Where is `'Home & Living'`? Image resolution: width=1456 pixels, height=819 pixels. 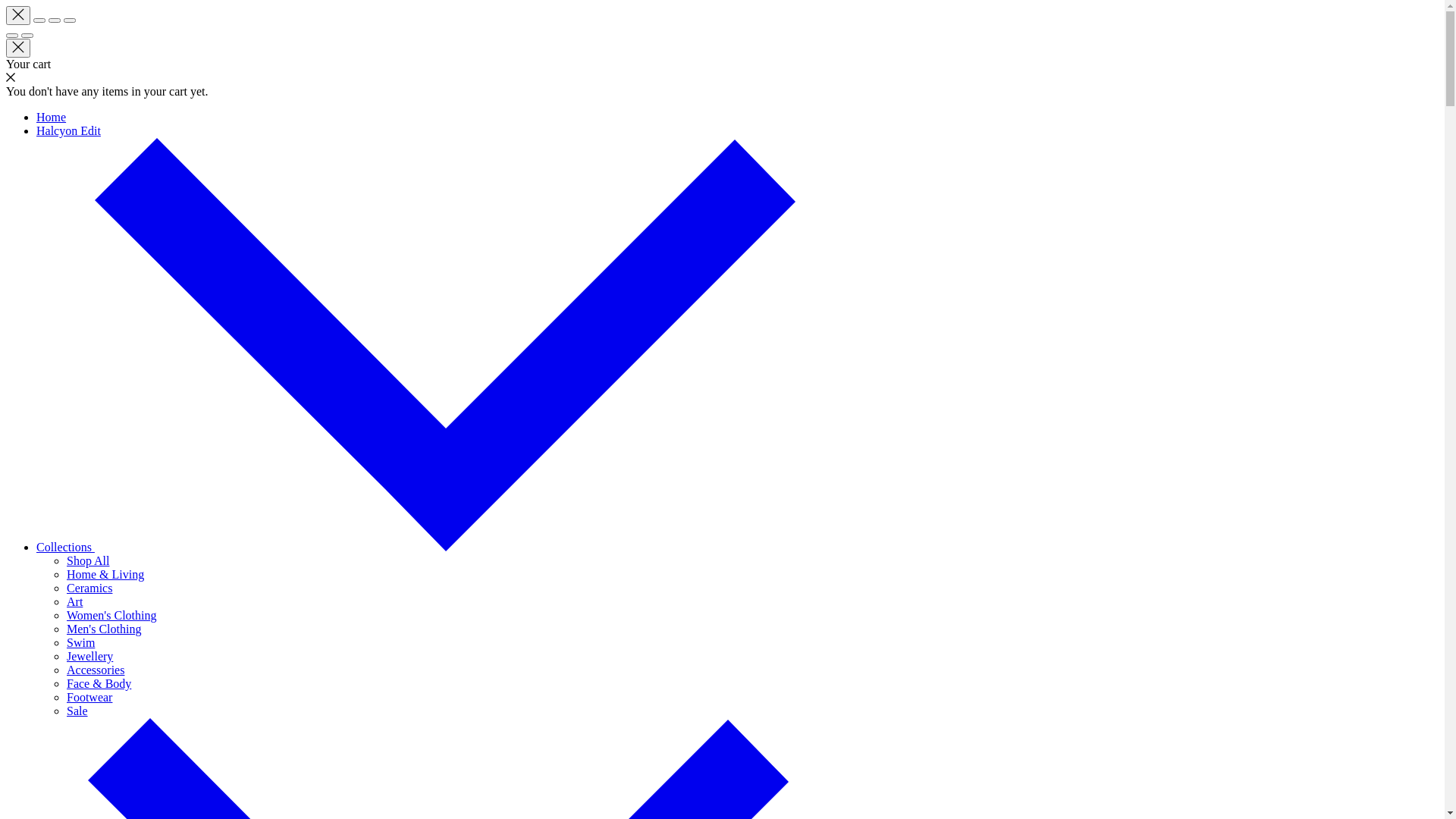
'Home & Living' is located at coordinates (105, 574).